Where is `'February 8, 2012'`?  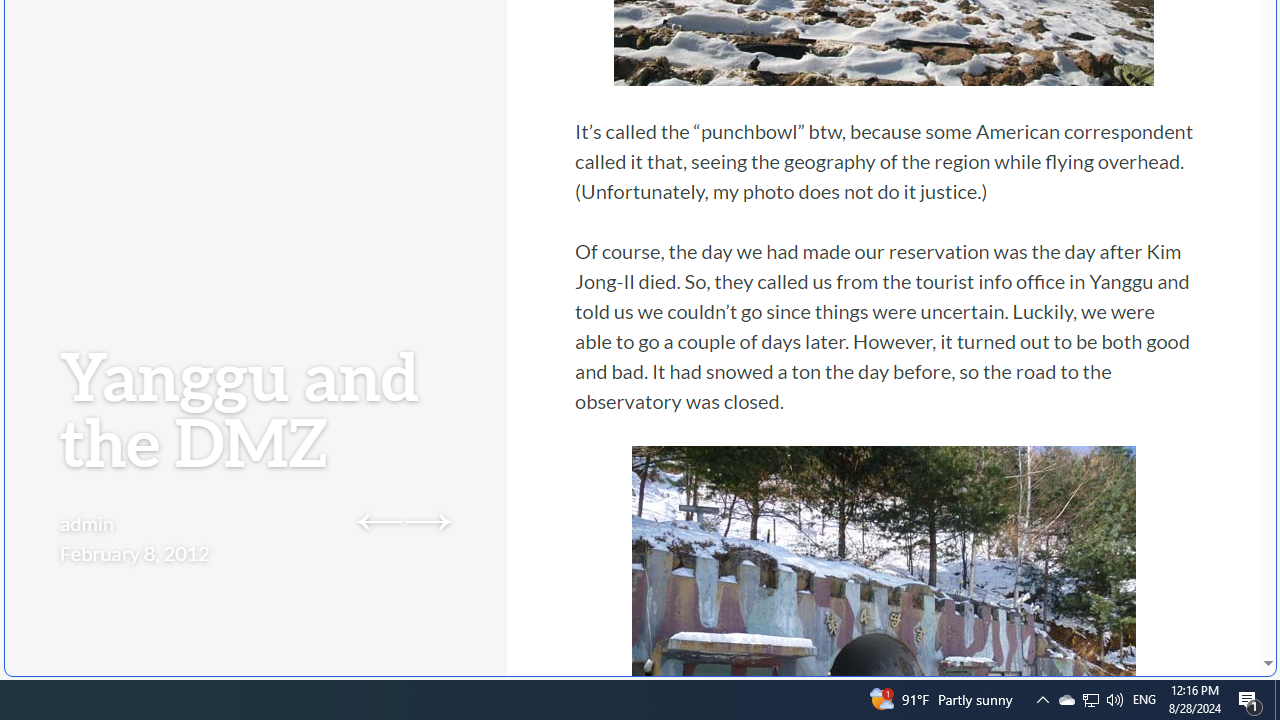
'February 8, 2012' is located at coordinates (134, 552).